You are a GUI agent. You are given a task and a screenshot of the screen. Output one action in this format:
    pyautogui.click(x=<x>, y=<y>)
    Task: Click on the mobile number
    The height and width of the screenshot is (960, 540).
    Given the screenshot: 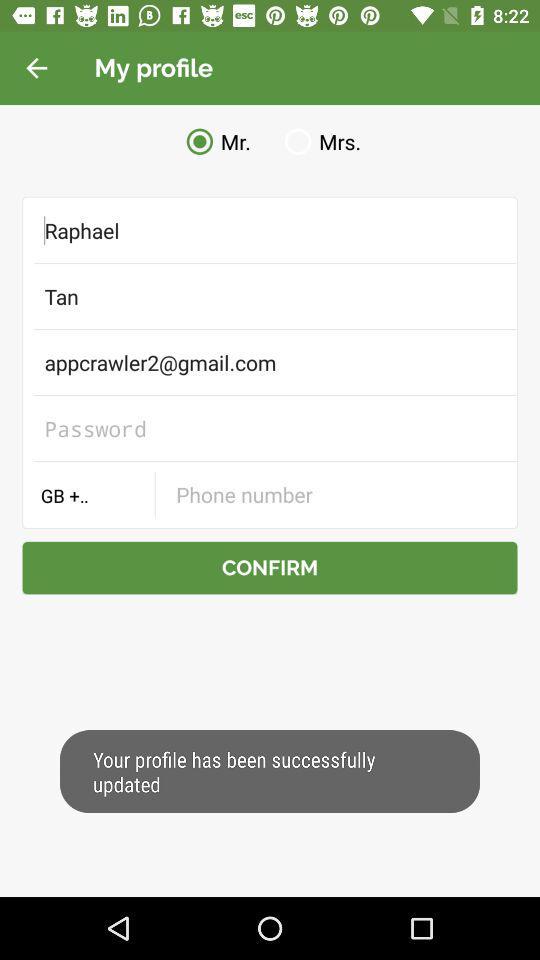 What is the action you would take?
    pyautogui.click(x=335, y=493)
    